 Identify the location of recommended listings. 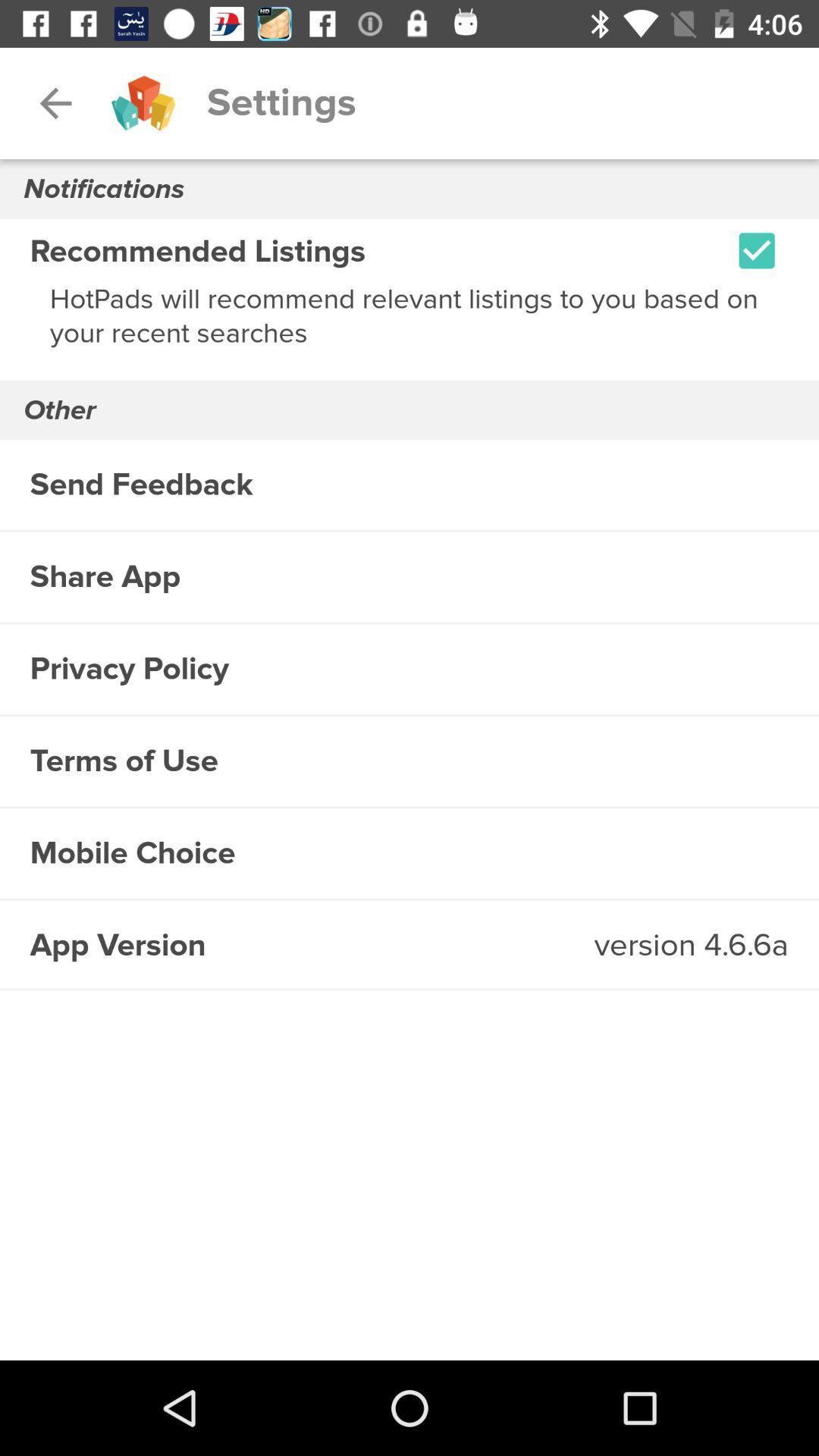
(757, 250).